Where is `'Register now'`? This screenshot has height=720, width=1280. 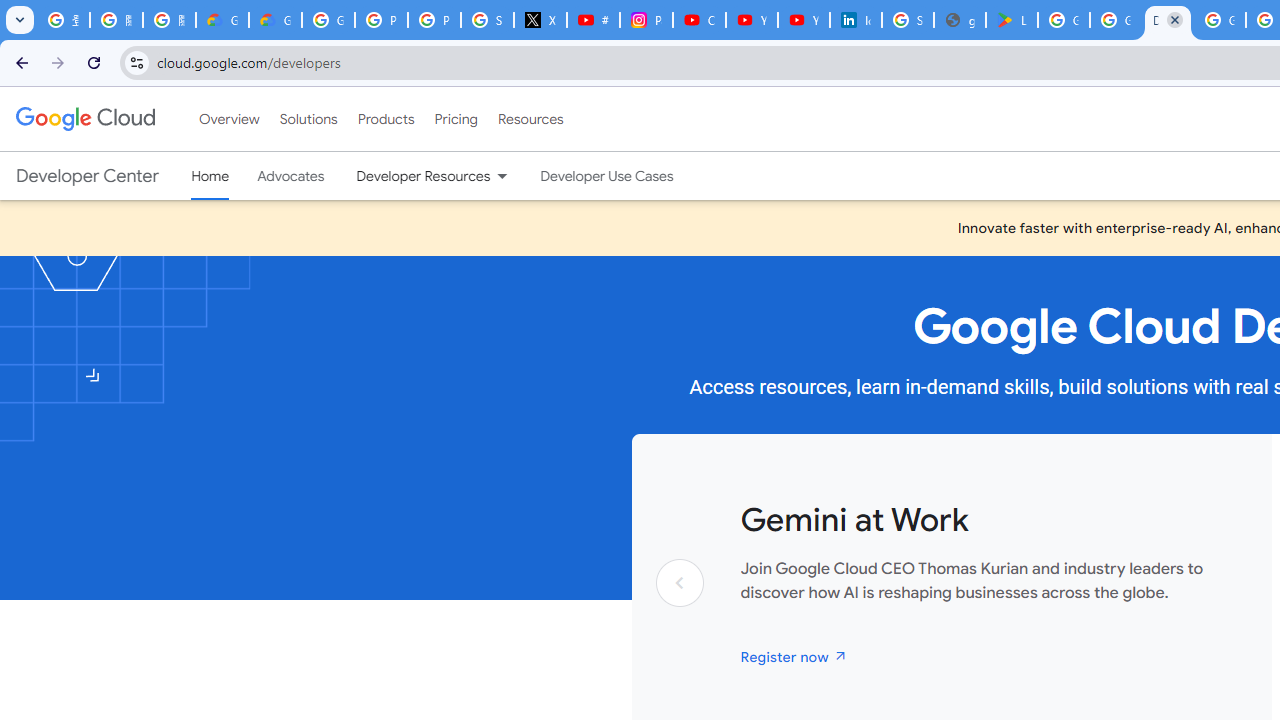
'Register now' is located at coordinates (793, 656).